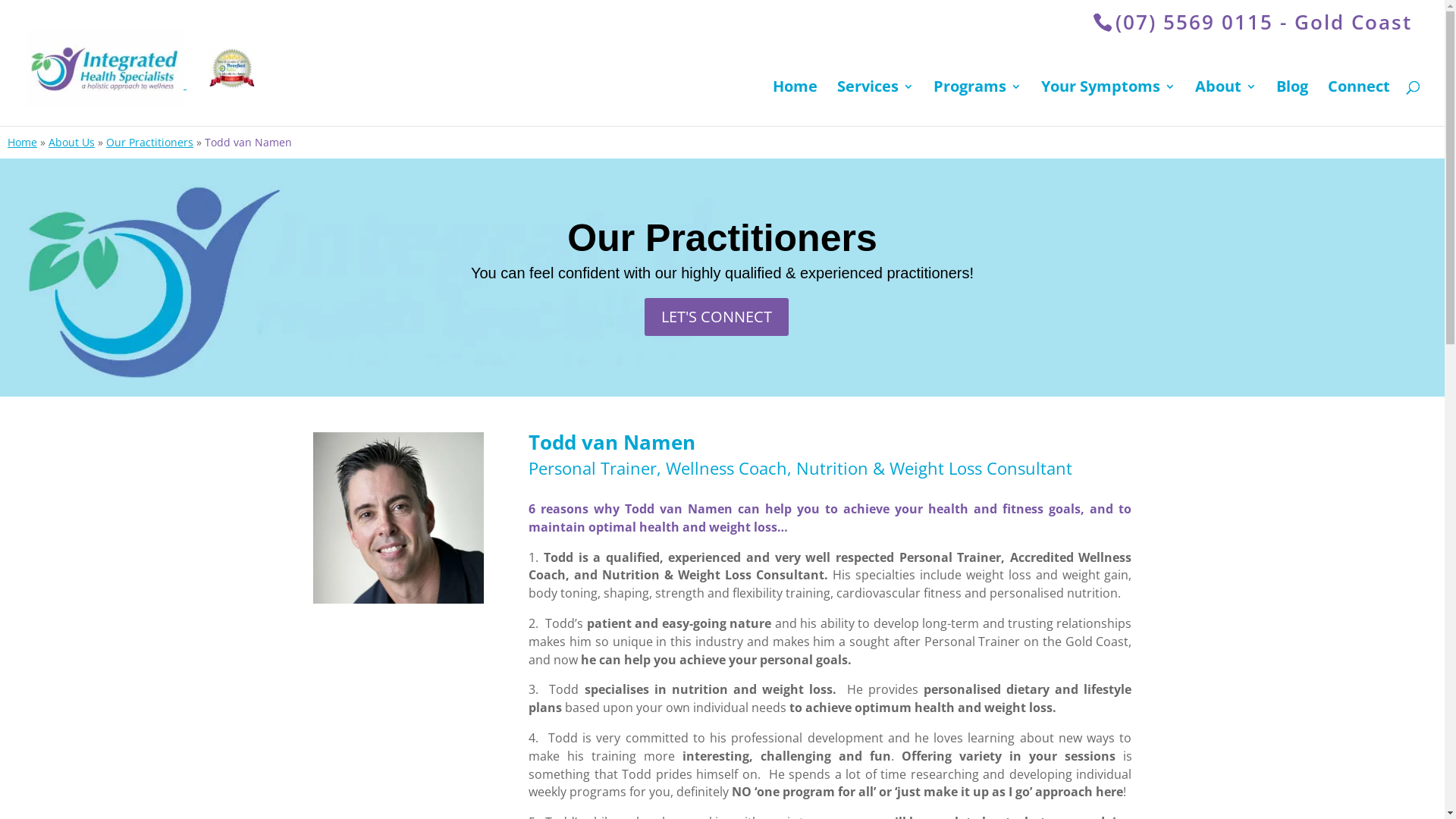  What do you see at coordinates (1225, 102) in the screenshot?
I see `'About'` at bounding box center [1225, 102].